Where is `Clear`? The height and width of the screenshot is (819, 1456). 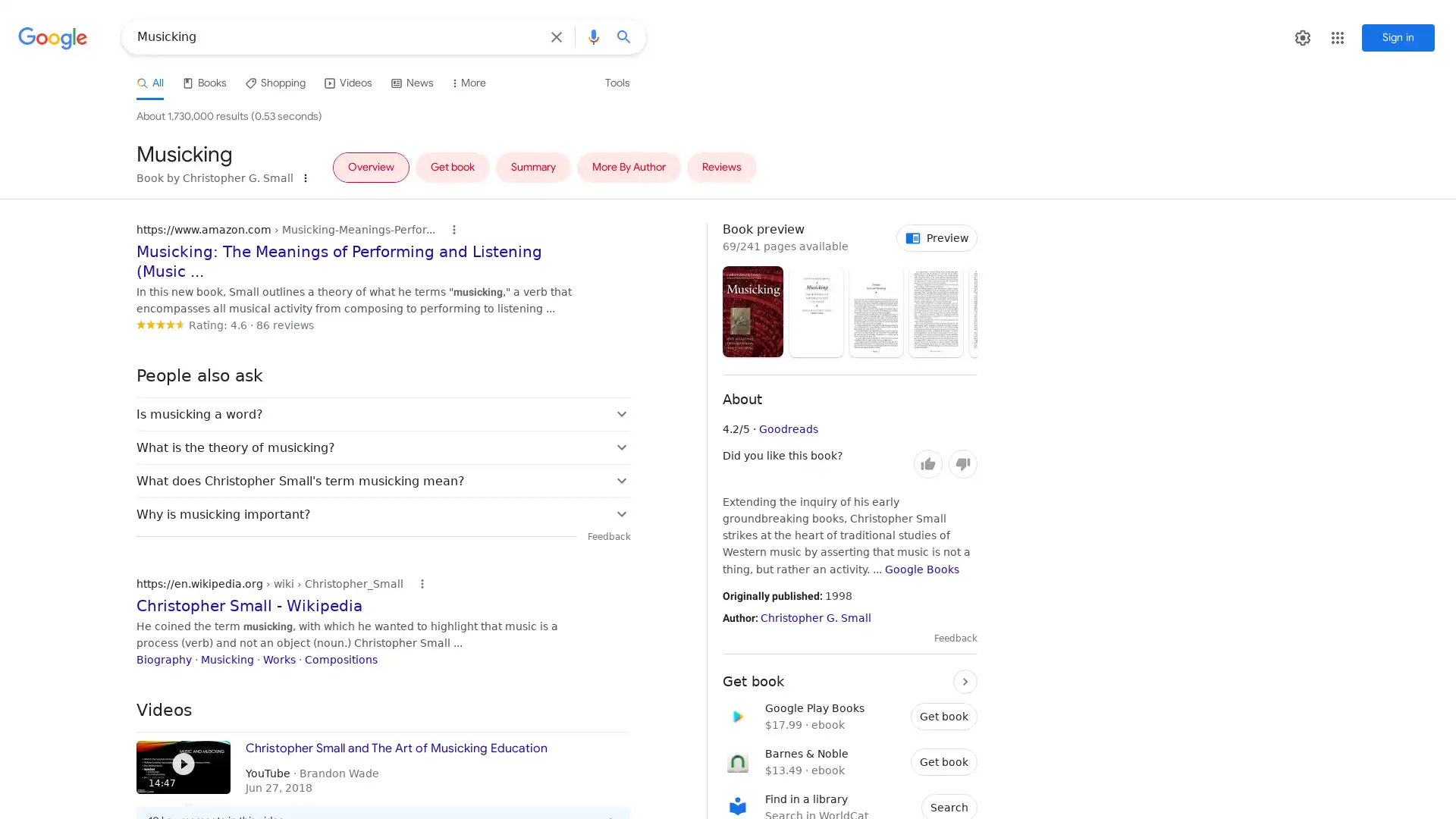 Clear is located at coordinates (559, 36).